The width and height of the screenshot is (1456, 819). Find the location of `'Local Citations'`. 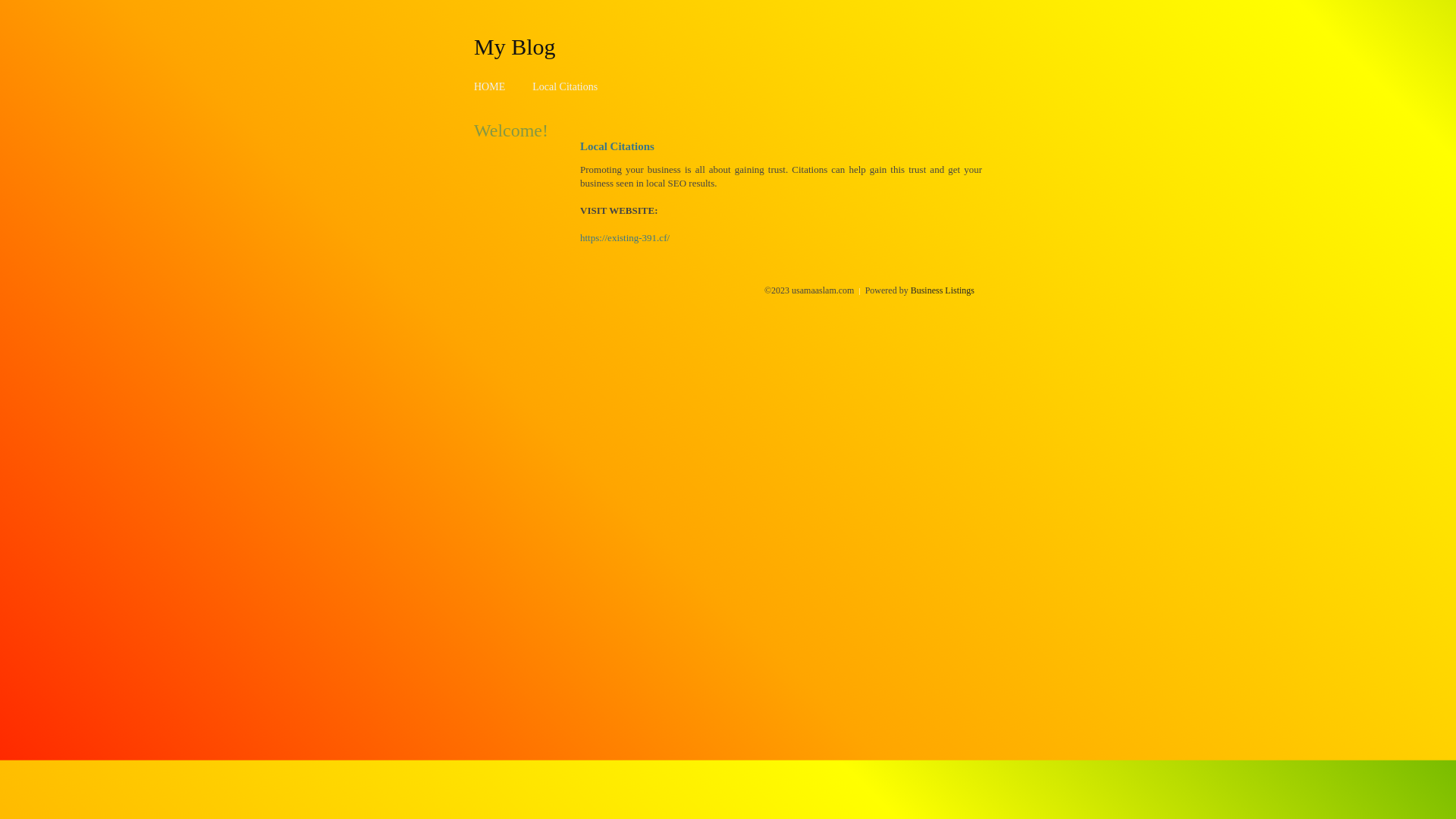

'Local Citations' is located at coordinates (532, 86).